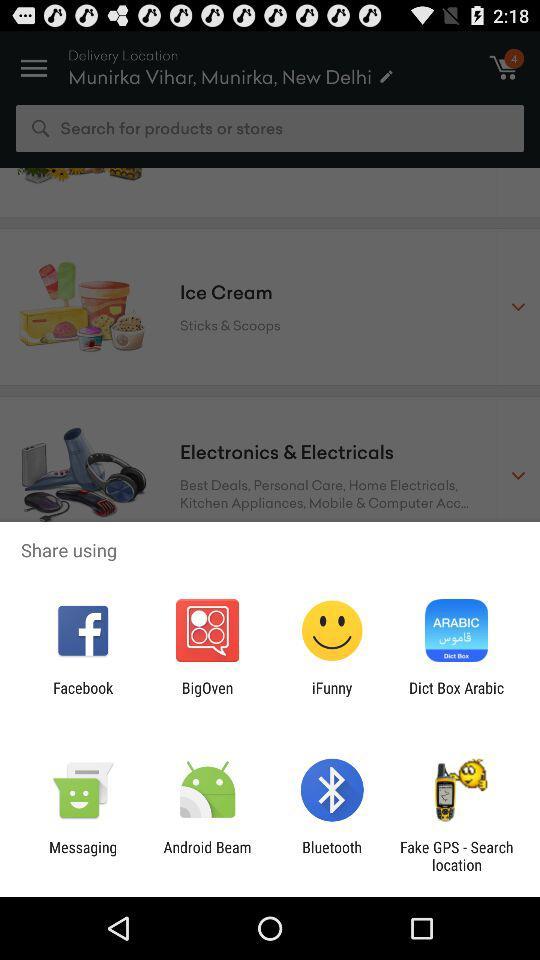 Image resolution: width=540 pixels, height=960 pixels. What do you see at coordinates (206, 696) in the screenshot?
I see `the icon next to the facebook icon` at bounding box center [206, 696].